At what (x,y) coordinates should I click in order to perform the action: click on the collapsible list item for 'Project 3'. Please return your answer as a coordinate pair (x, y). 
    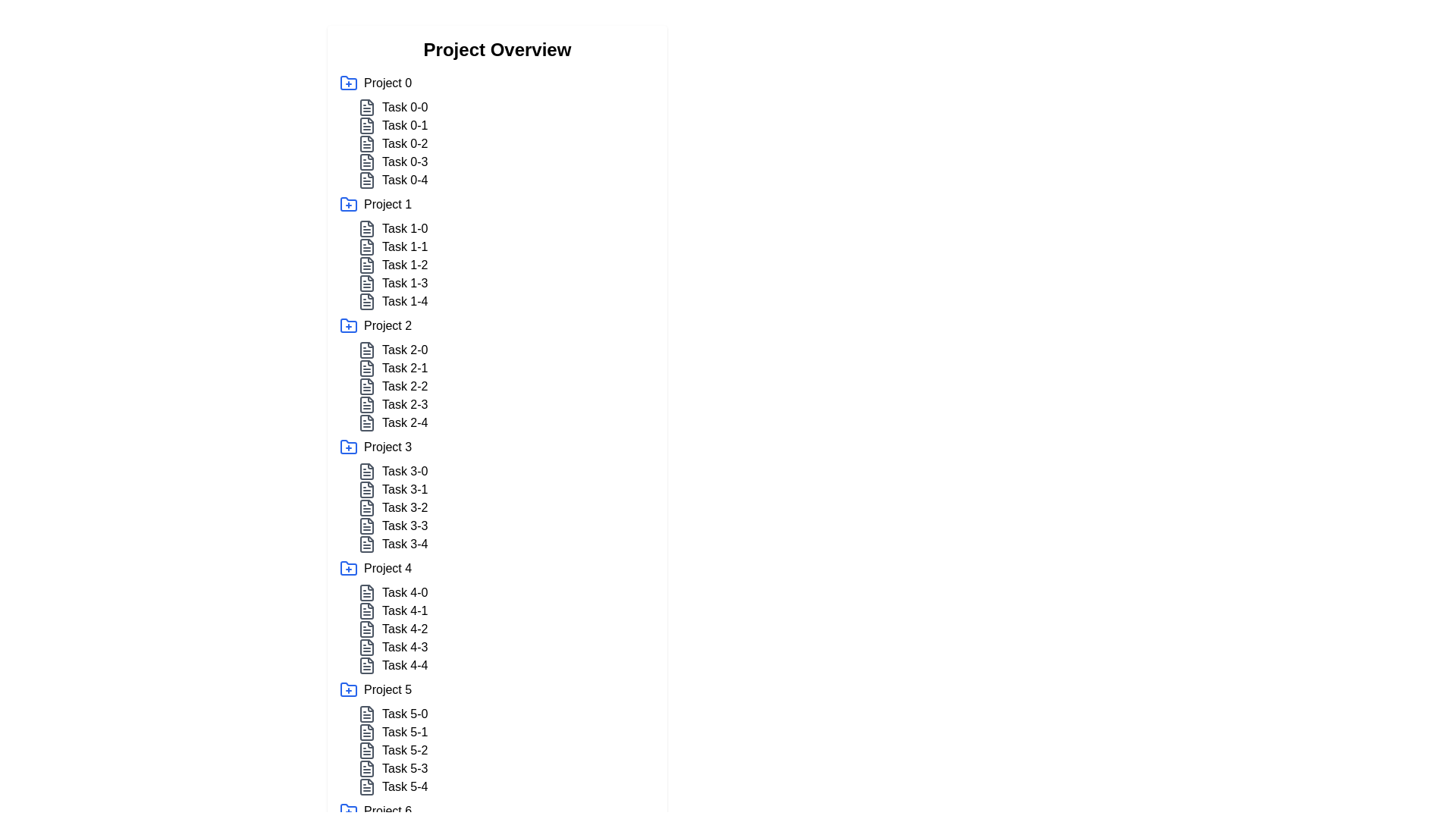
    Looking at the image, I should click on (497, 447).